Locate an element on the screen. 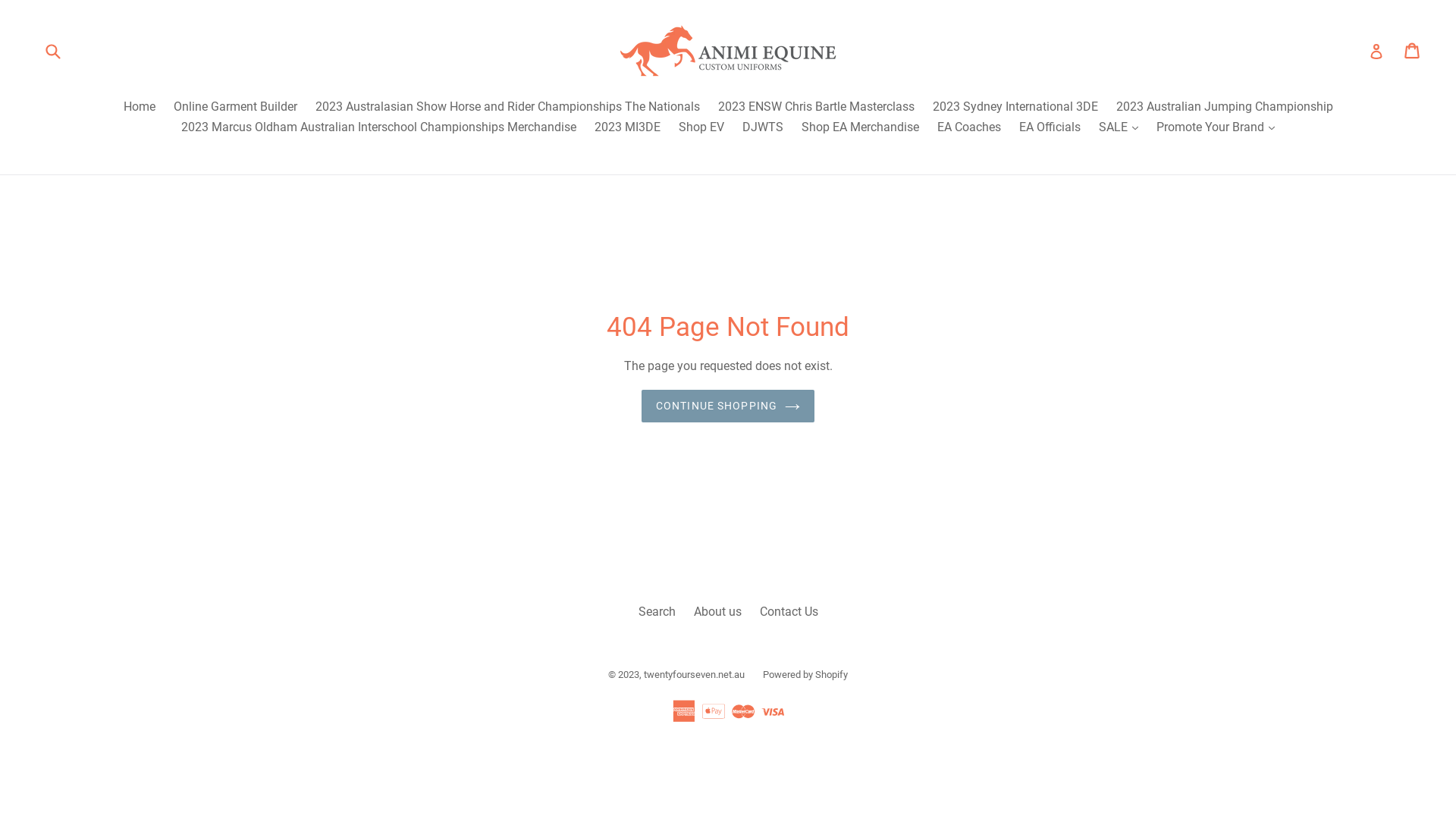 This screenshot has height=819, width=1456. '2023 Australian Jumping Championship' is located at coordinates (1224, 107).